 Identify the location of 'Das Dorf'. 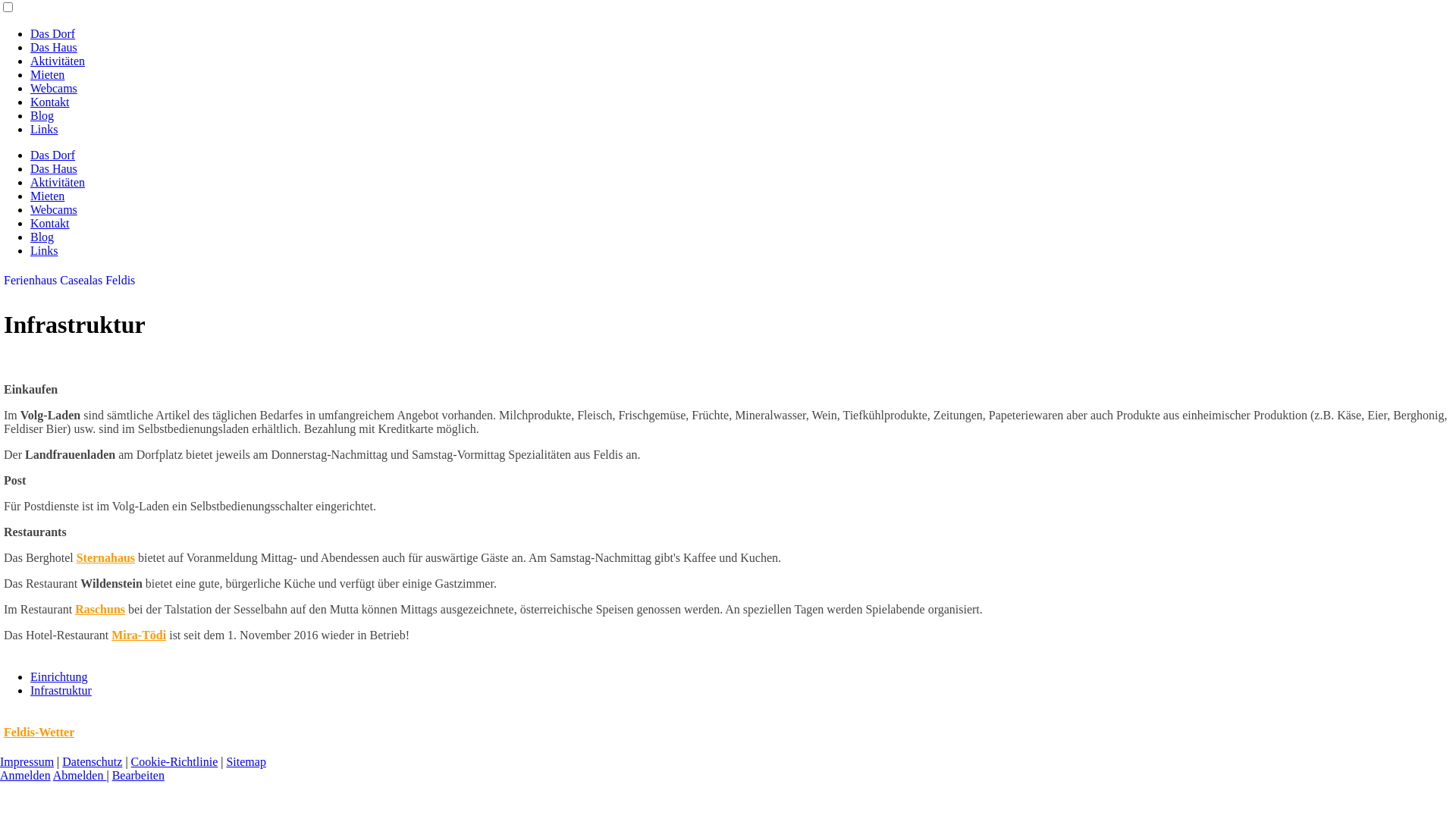
(52, 33).